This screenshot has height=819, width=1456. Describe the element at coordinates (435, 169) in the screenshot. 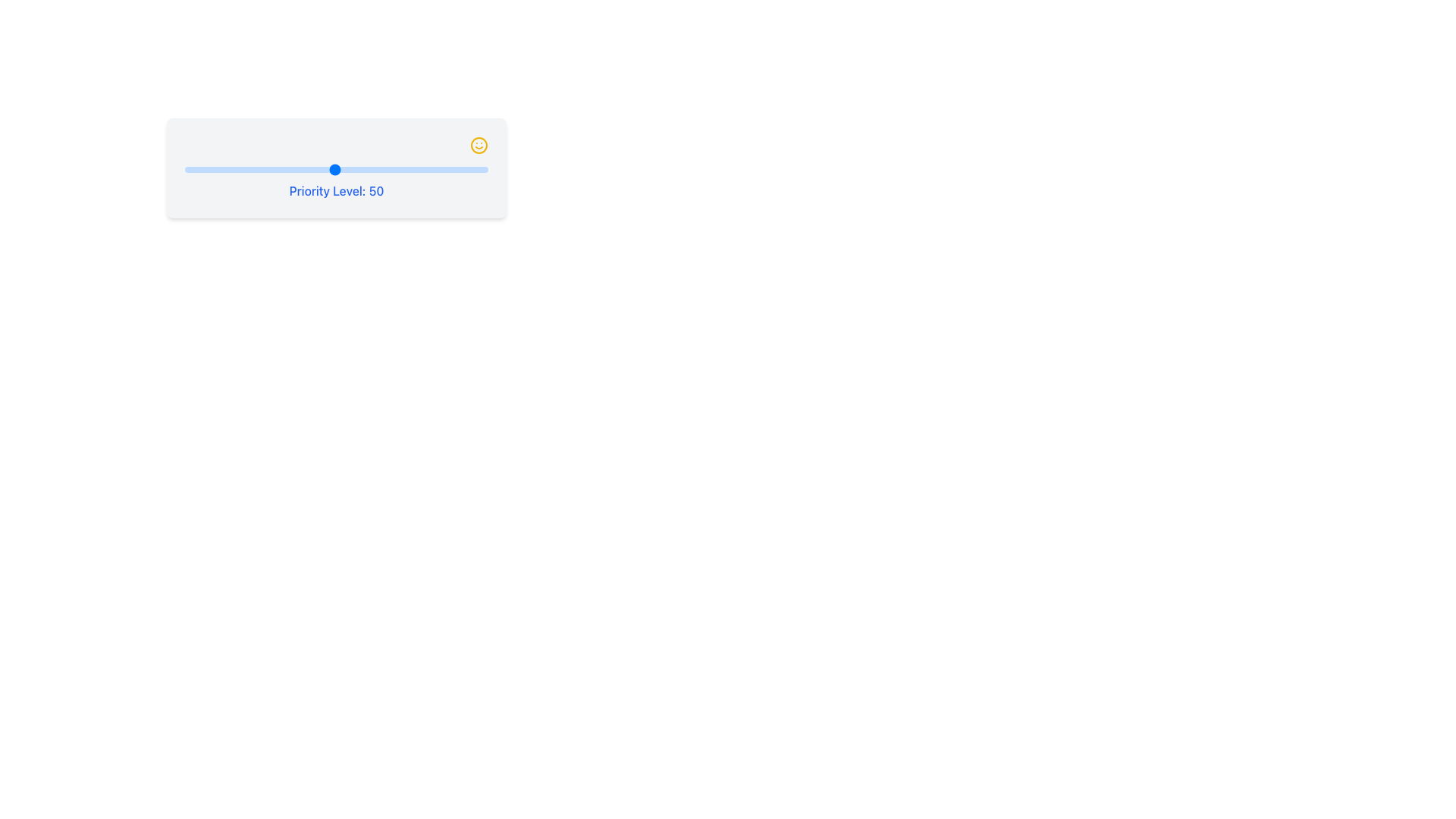

I see `the priority level` at that location.